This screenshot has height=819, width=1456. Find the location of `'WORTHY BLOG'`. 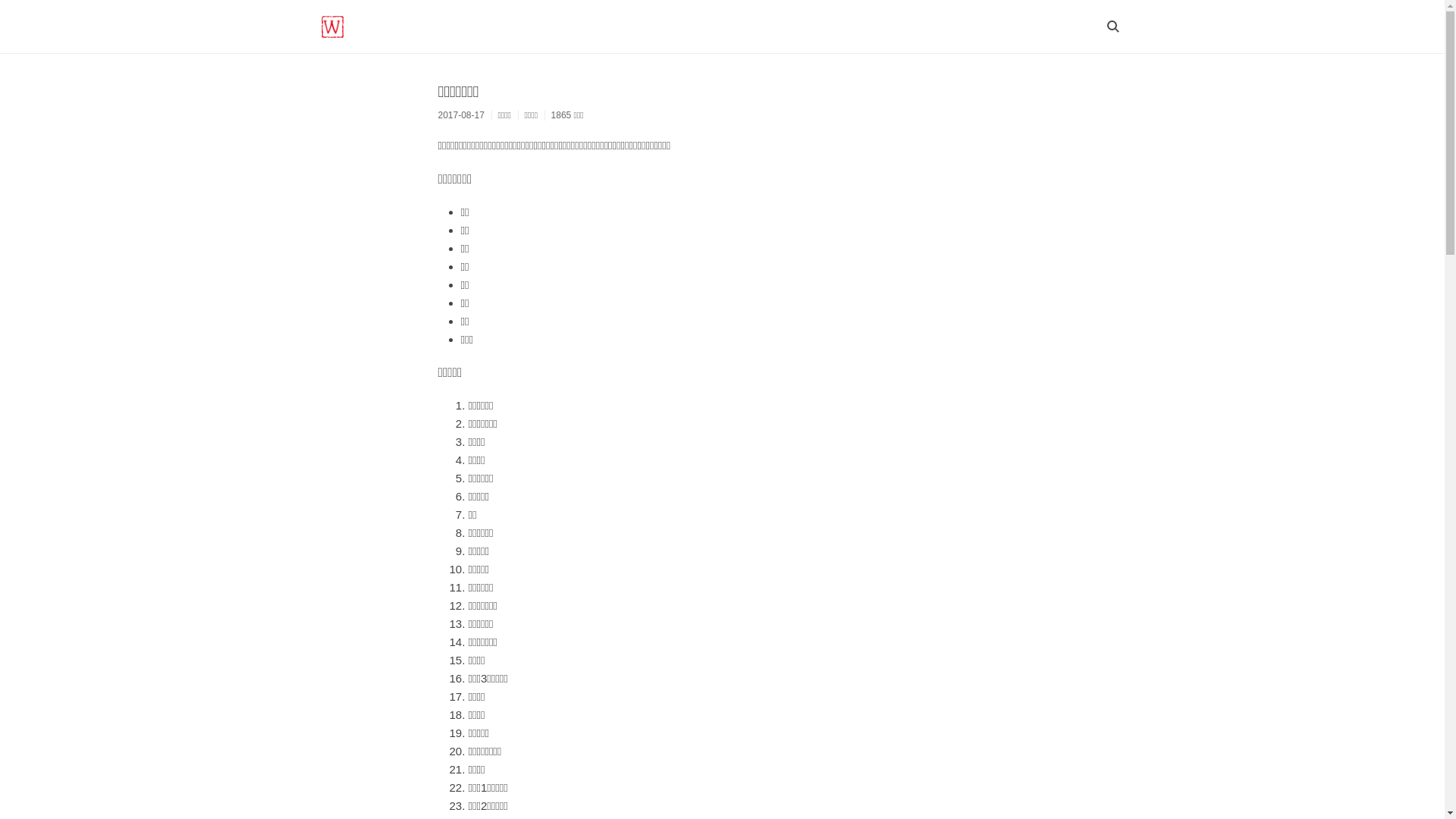

'WORTHY BLOG' is located at coordinates (330, 26).